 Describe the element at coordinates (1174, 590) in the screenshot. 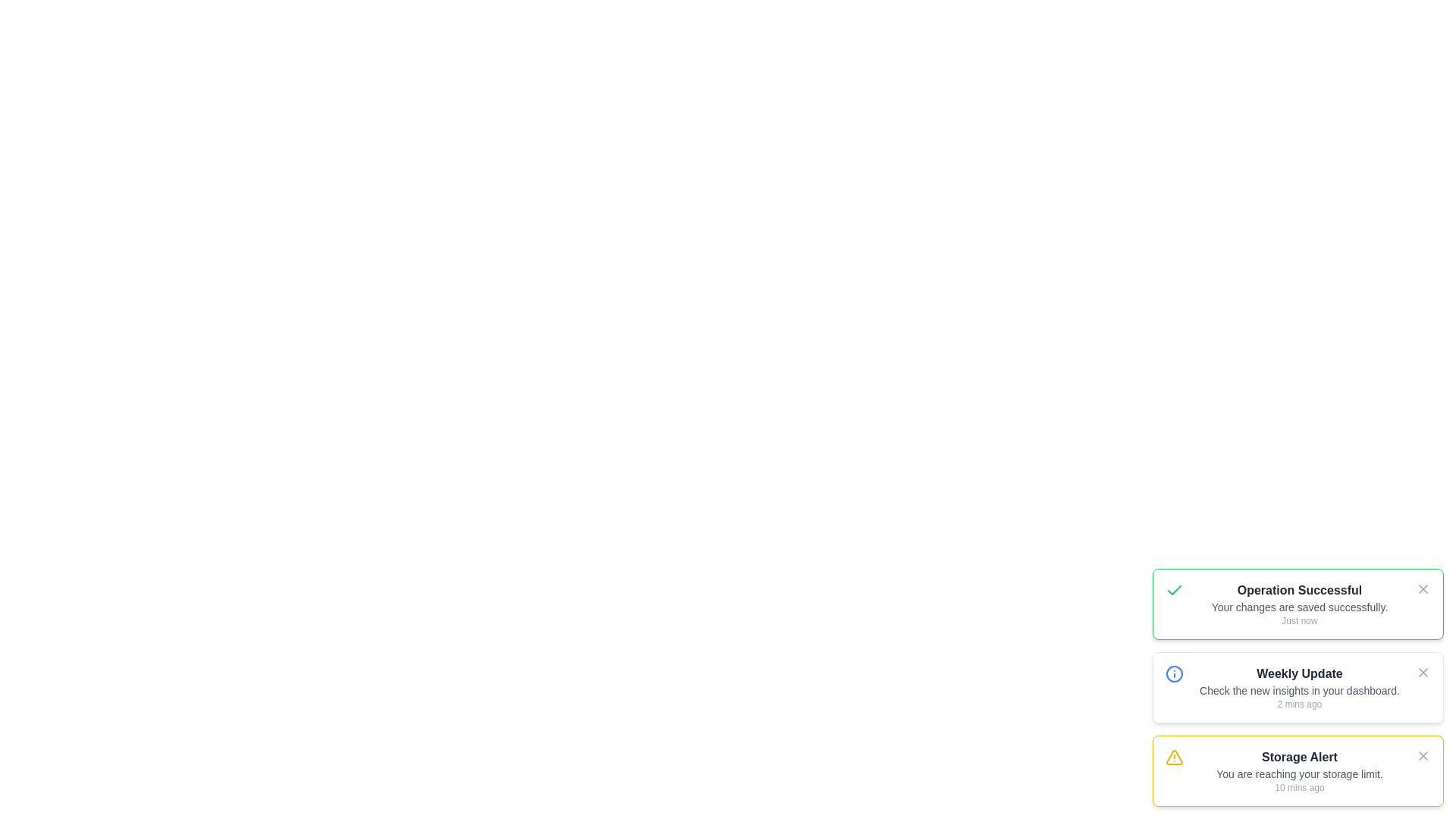

I see `the checkmark icon located within the 'Operation Successful' notification card in the bottom-right corner of the interface` at that location.